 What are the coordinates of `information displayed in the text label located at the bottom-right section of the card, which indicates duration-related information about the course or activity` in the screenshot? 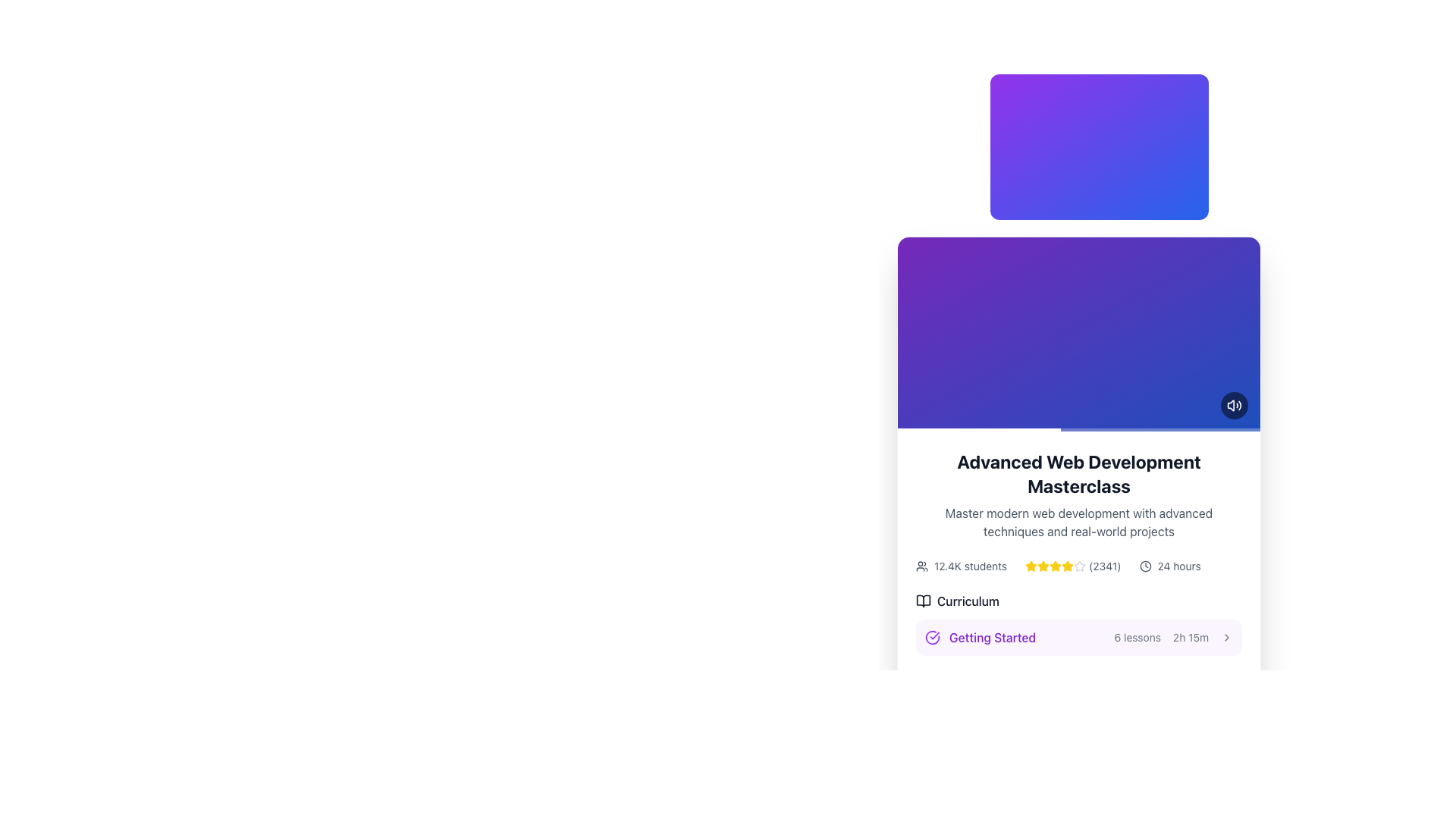 It's located at (1178, 566).